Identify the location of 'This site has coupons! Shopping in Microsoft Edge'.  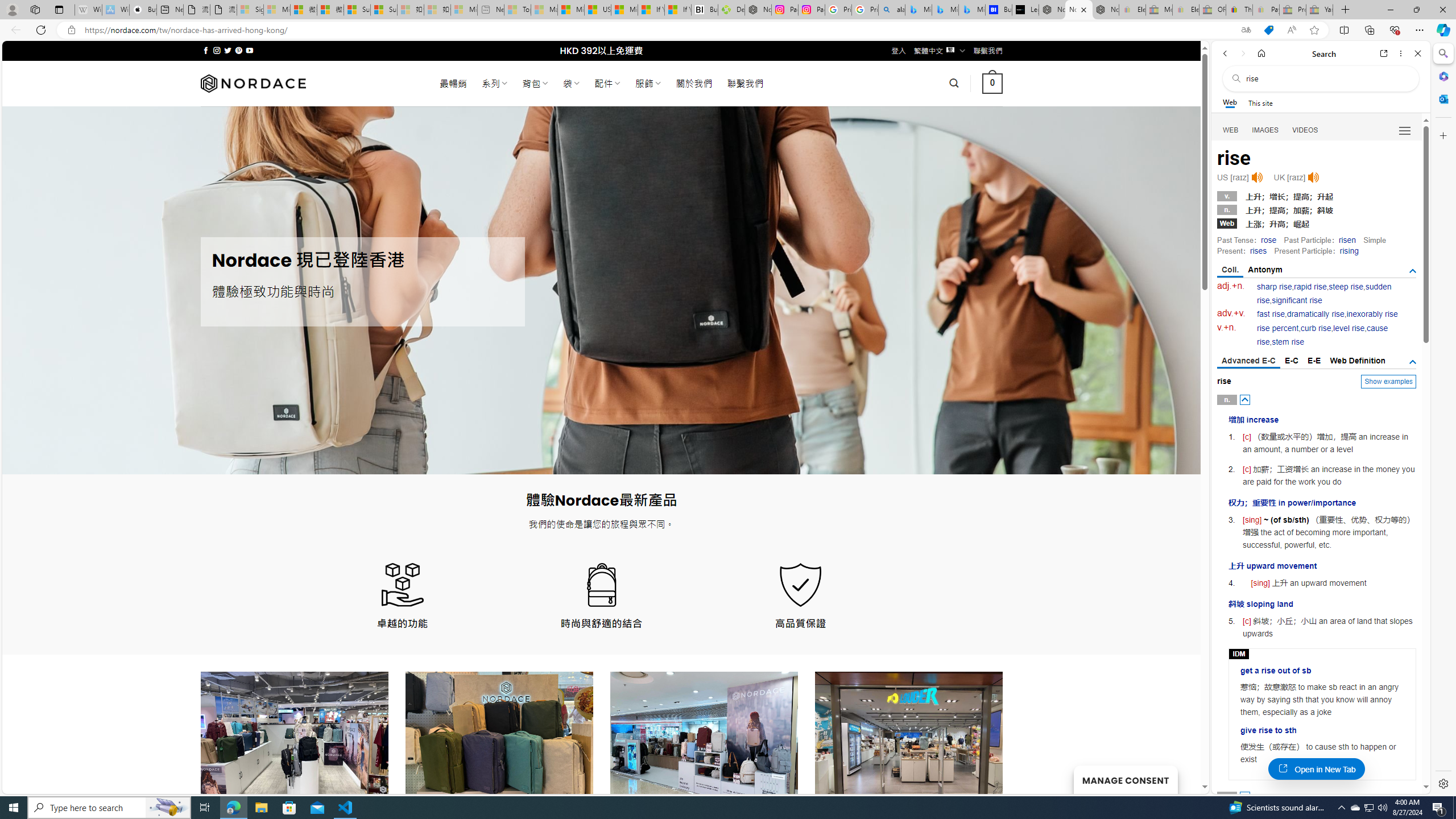
(1268, 30).